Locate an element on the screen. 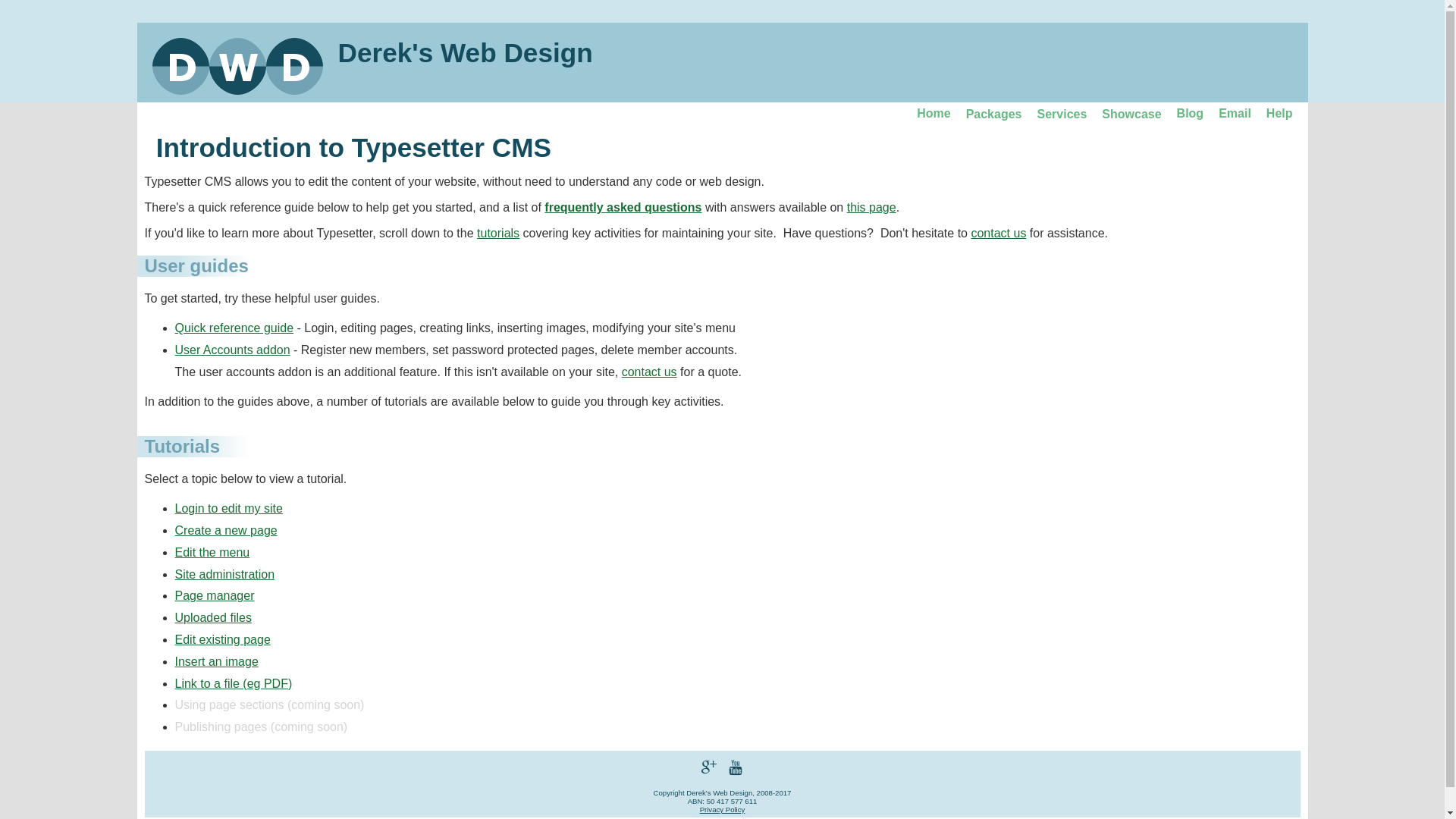  'Help' is located at coordinates (1279, 113).